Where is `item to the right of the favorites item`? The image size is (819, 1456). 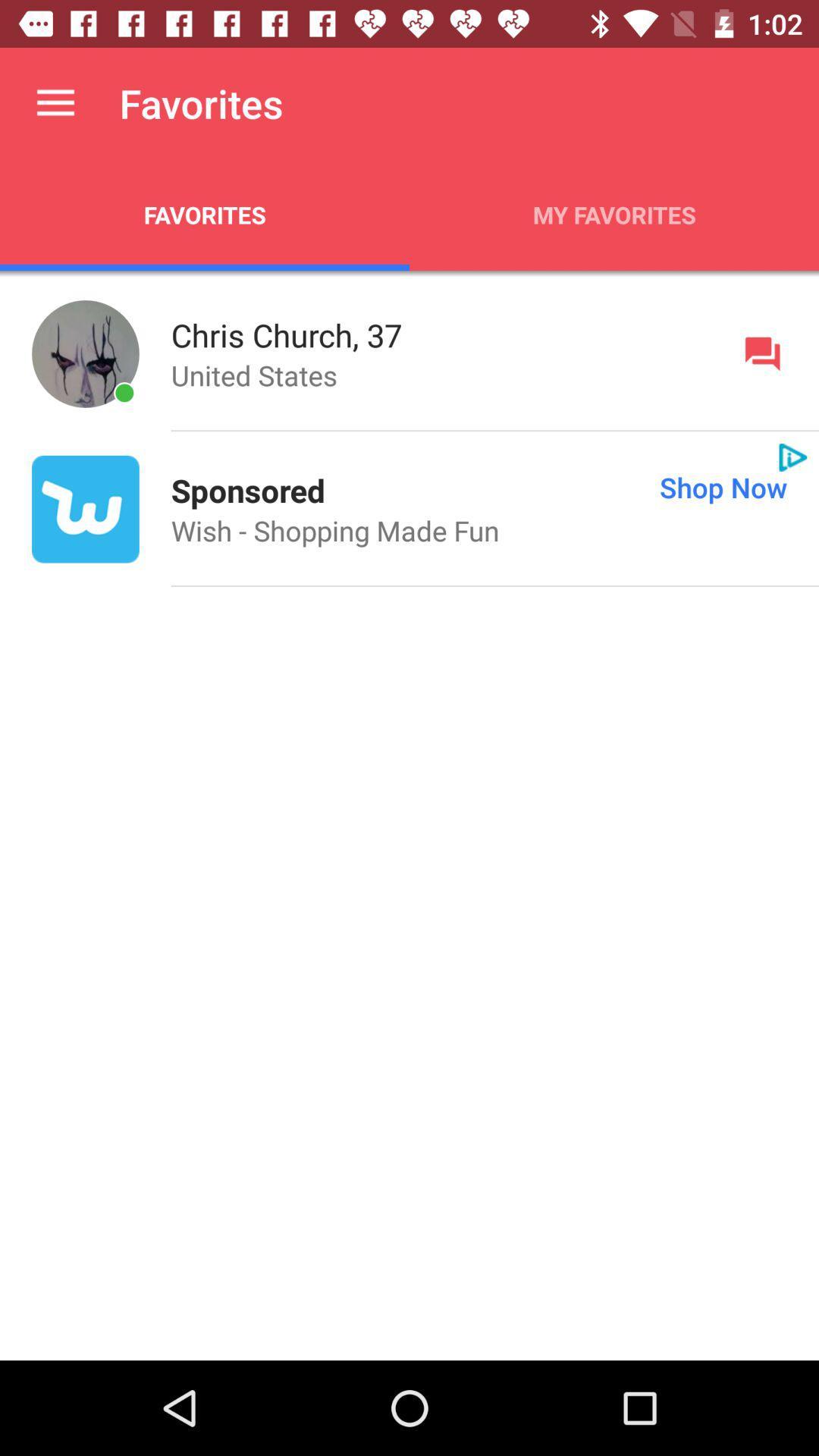
item to the right of the favorites item is located at coordinates (614, 214).